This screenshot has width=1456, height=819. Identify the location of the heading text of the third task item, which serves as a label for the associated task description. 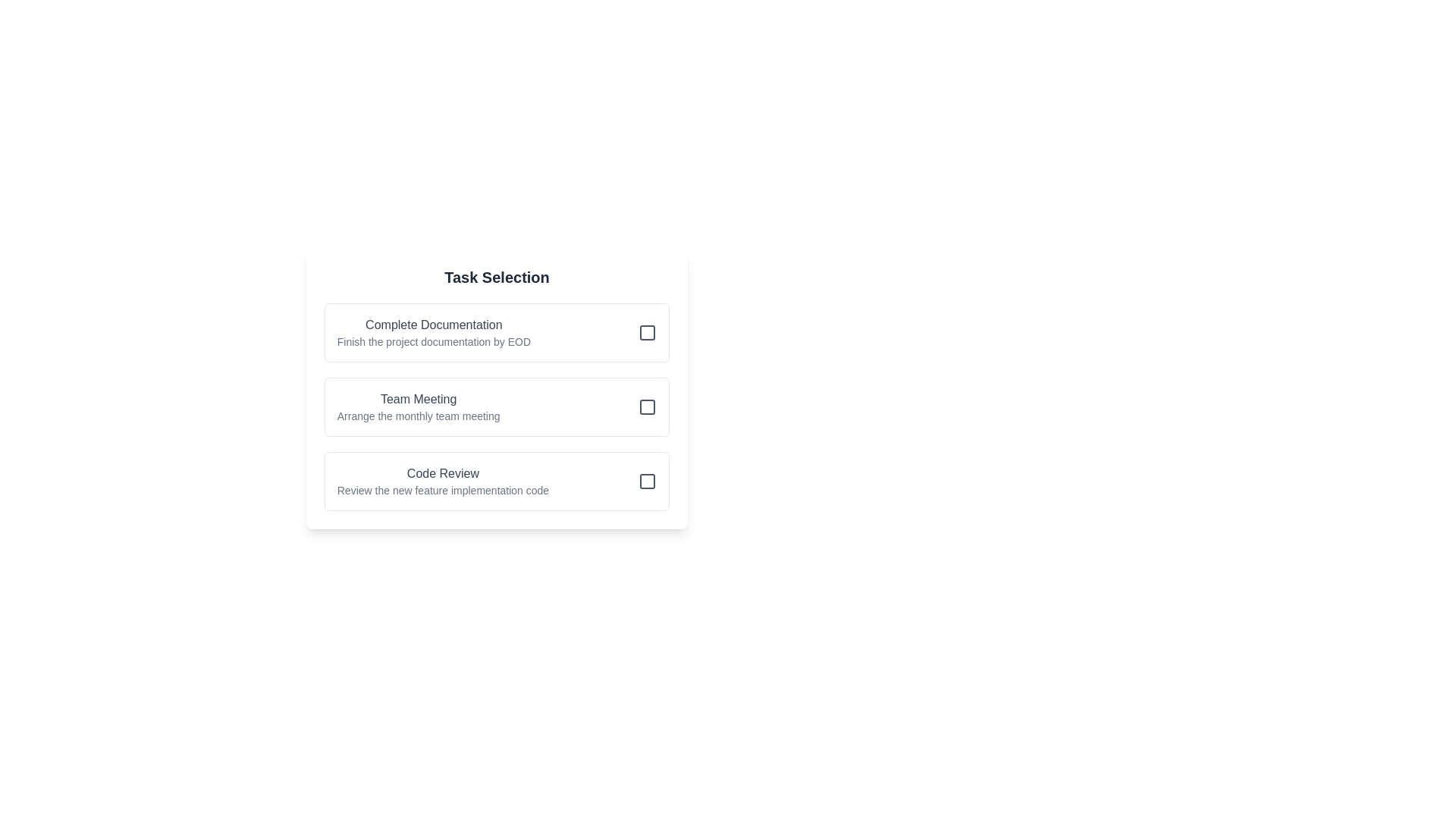
(442, 472).